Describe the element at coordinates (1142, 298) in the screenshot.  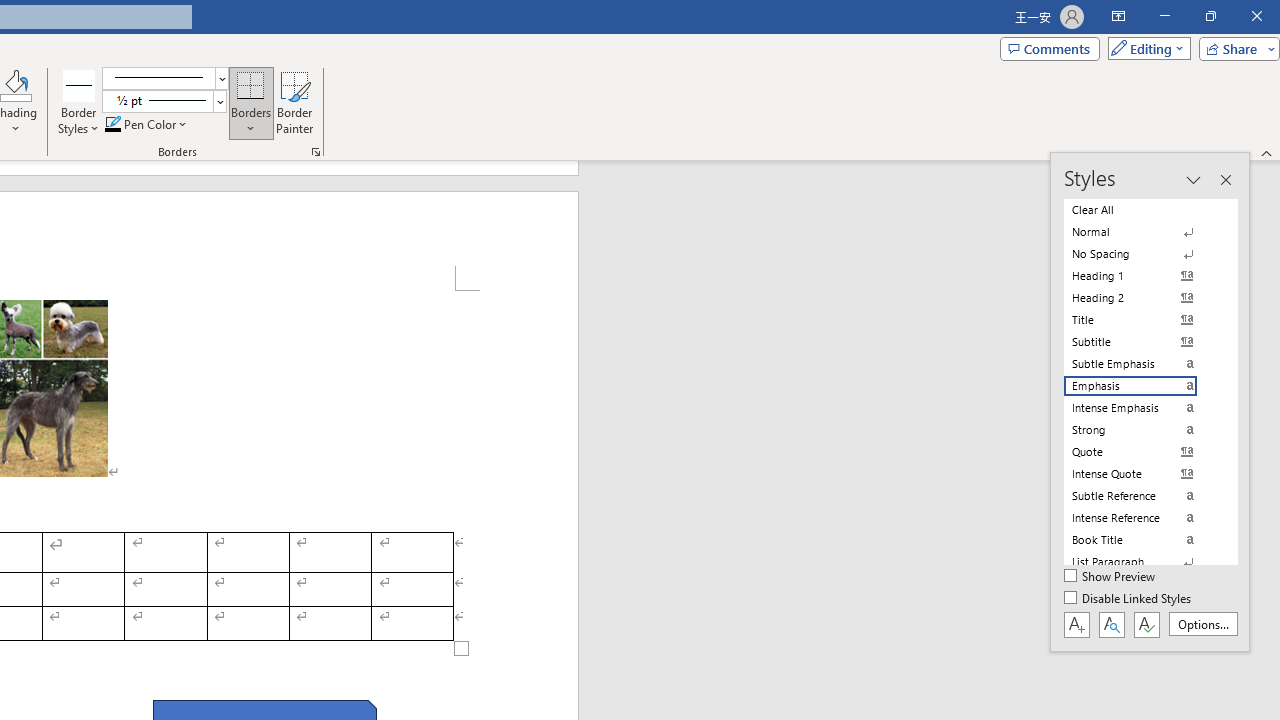
I see `'Heading 2'` at that location.